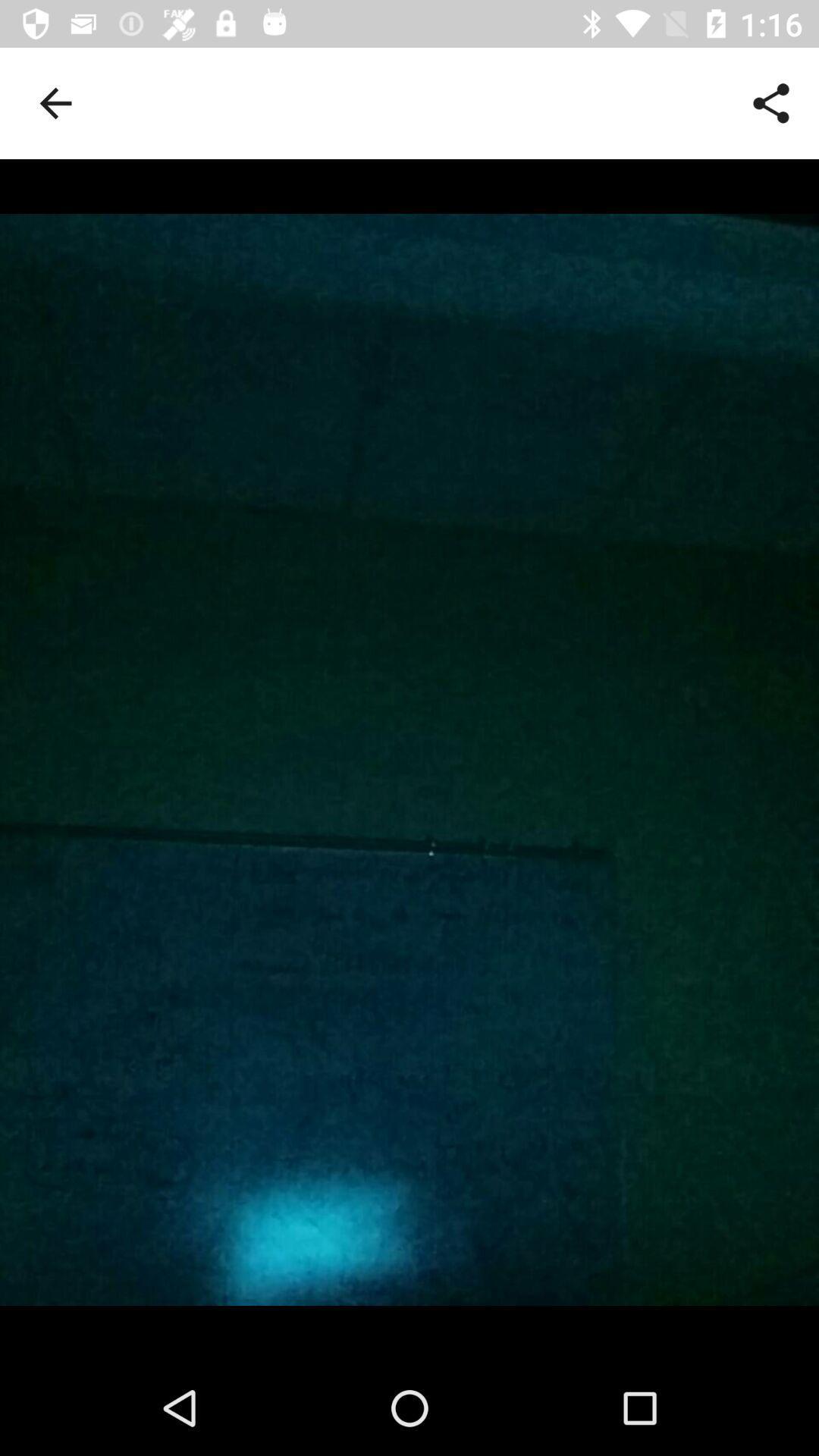  Describe the element at coordinates (55, 102) in the screenshot. I see `item at the top left corner` at that location.